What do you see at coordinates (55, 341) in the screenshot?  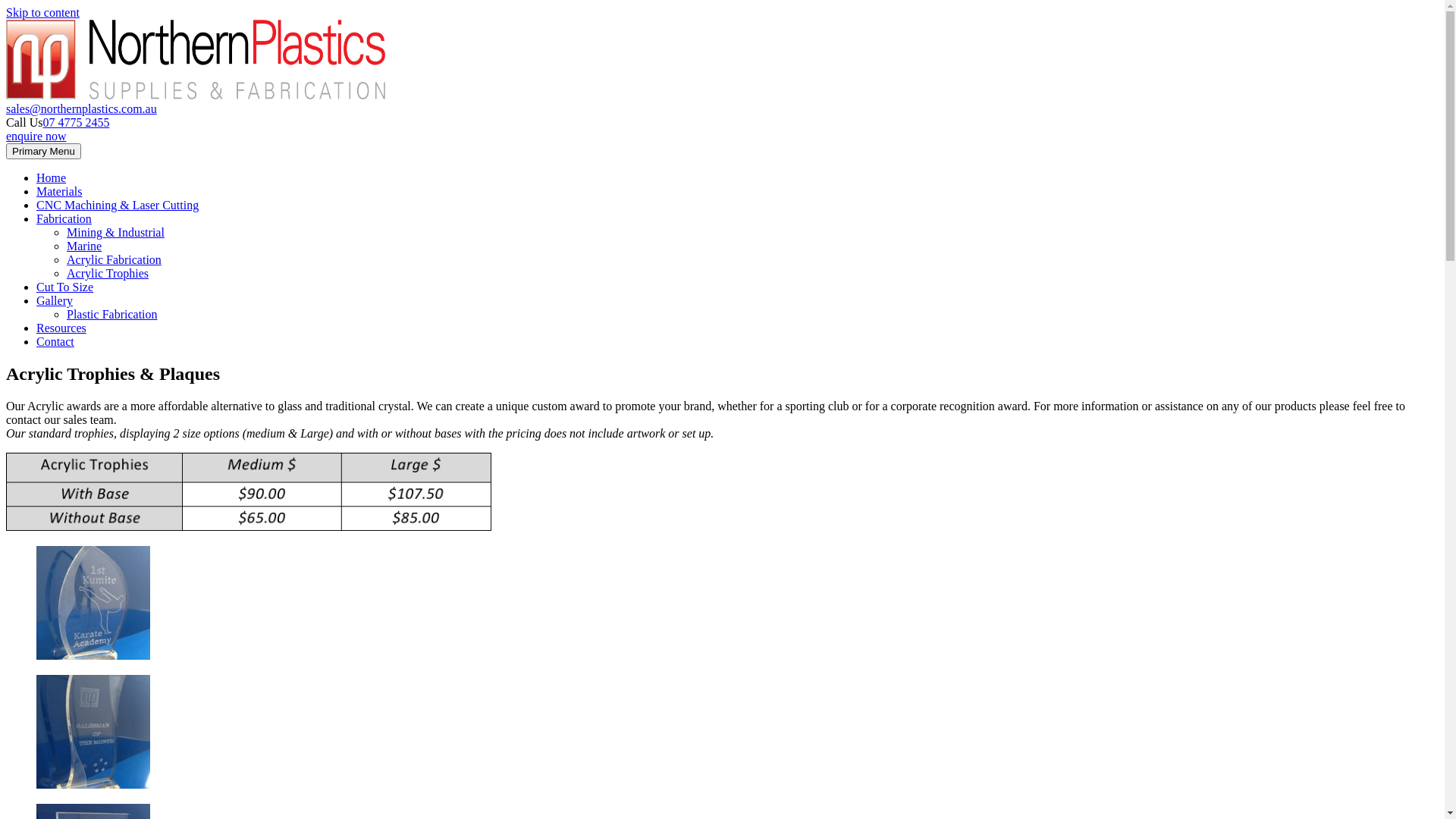 I see `'Contact'` at bounding box center [55, 341].